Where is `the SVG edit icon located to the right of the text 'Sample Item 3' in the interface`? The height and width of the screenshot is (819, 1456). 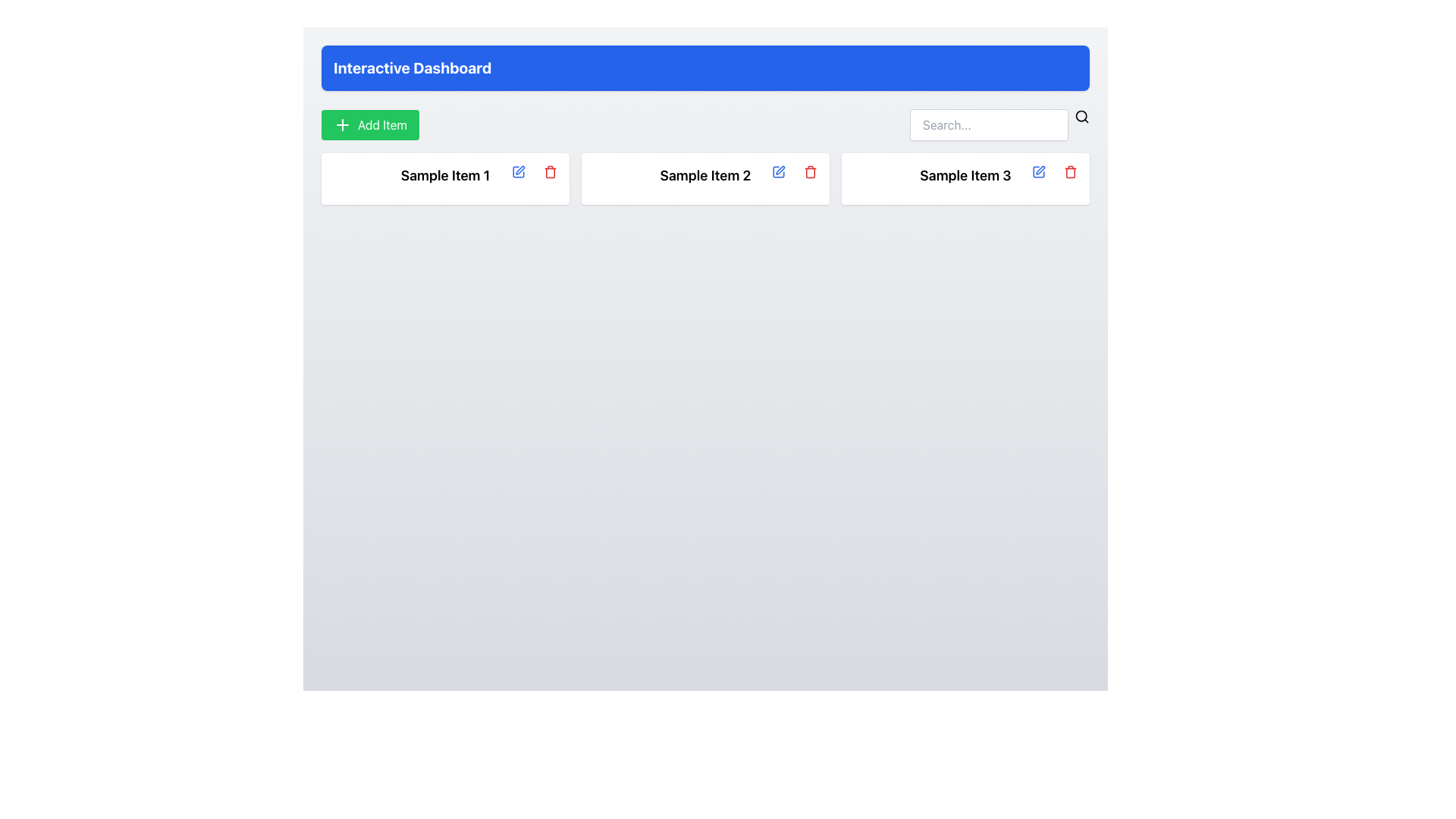
the SVG edit icon located to the right of the text 'Sample Item 3' in the interface is located at coordinates (1040, 170).